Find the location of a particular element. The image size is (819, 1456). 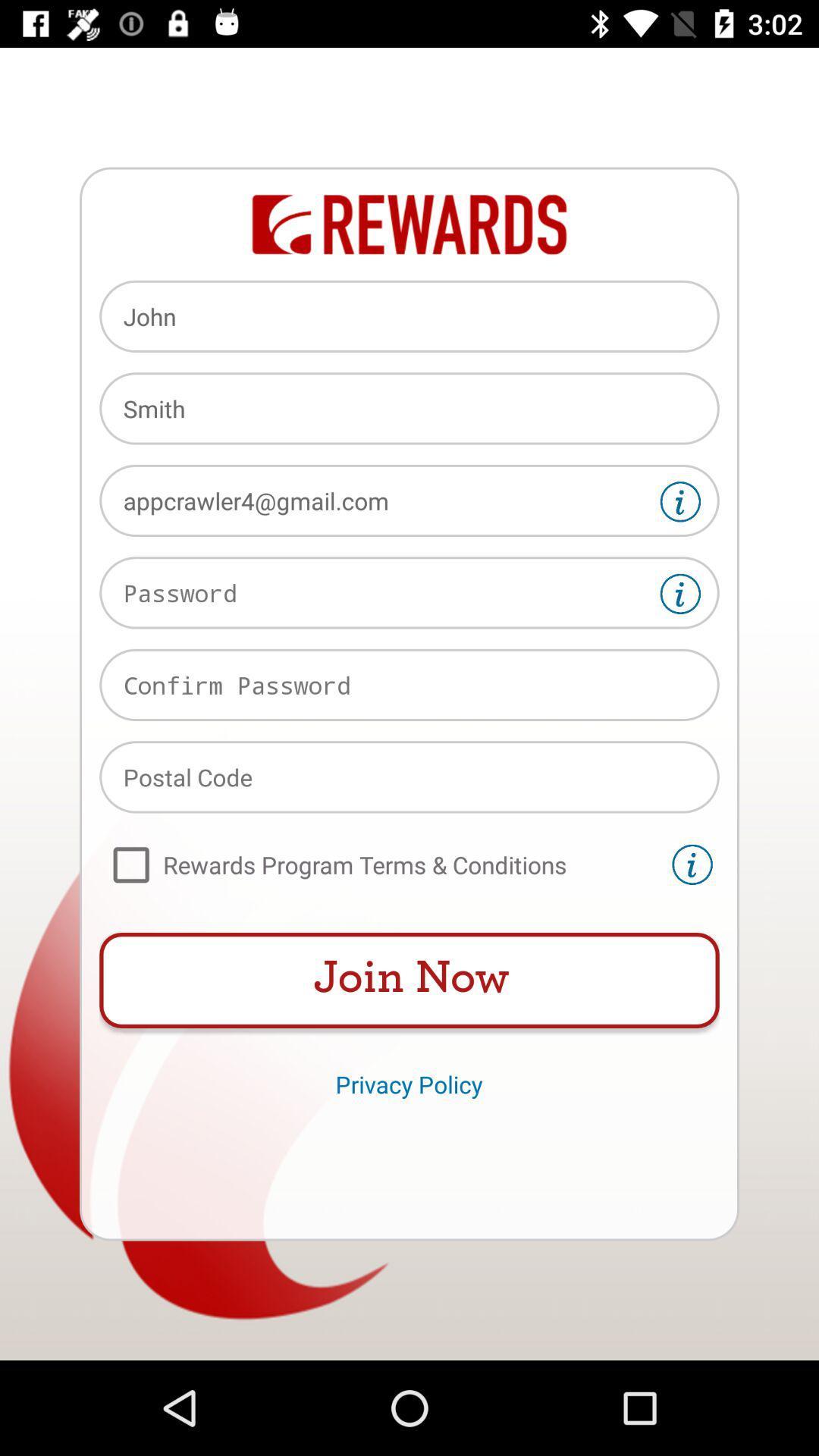

password is located at coordinates (409, 591).